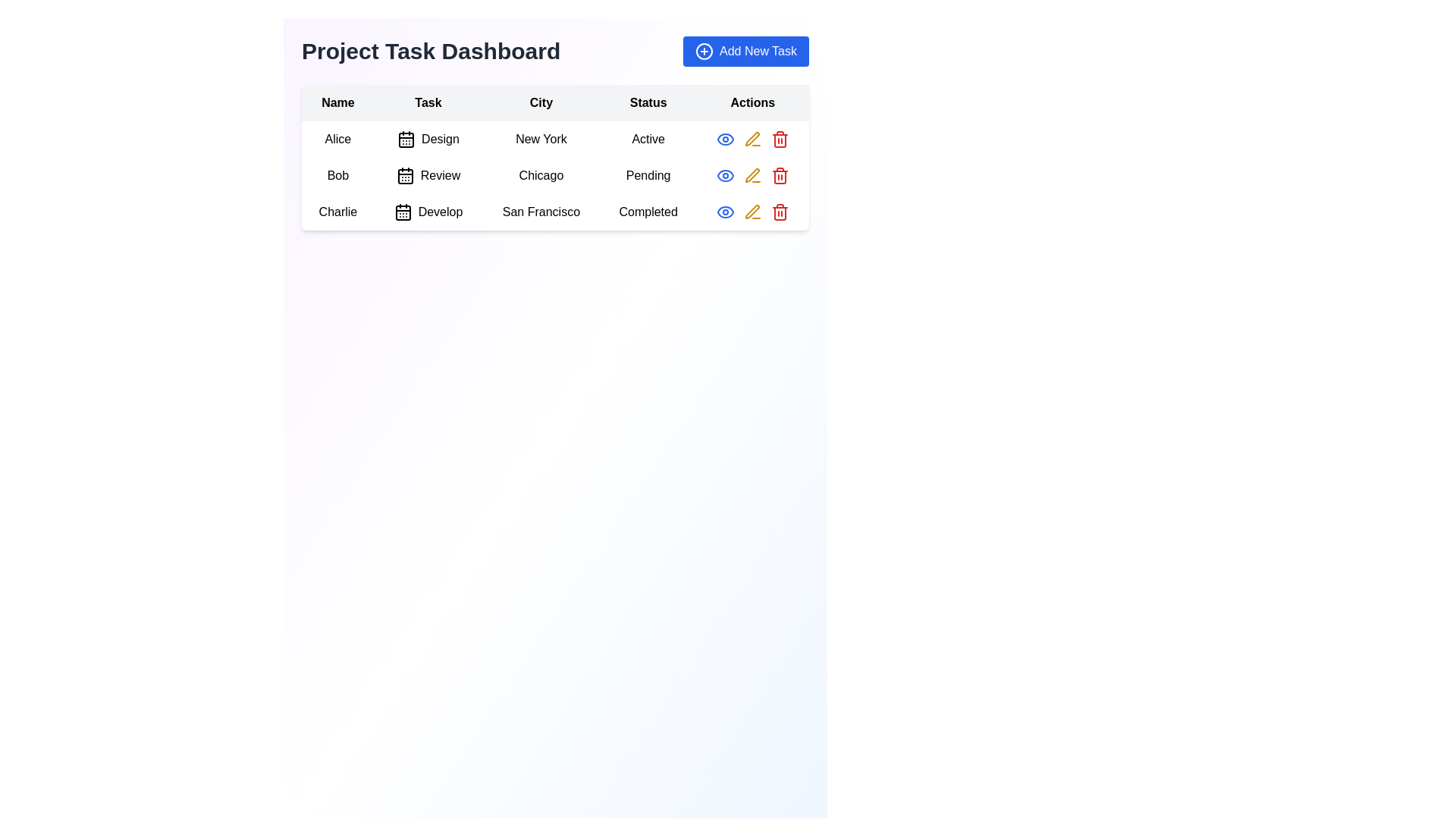  I want to click on the 'Edit' icon button, which is the second icon in the horizontal action bar under the 'Actions' column of the third row in the table, so click(752, 140).